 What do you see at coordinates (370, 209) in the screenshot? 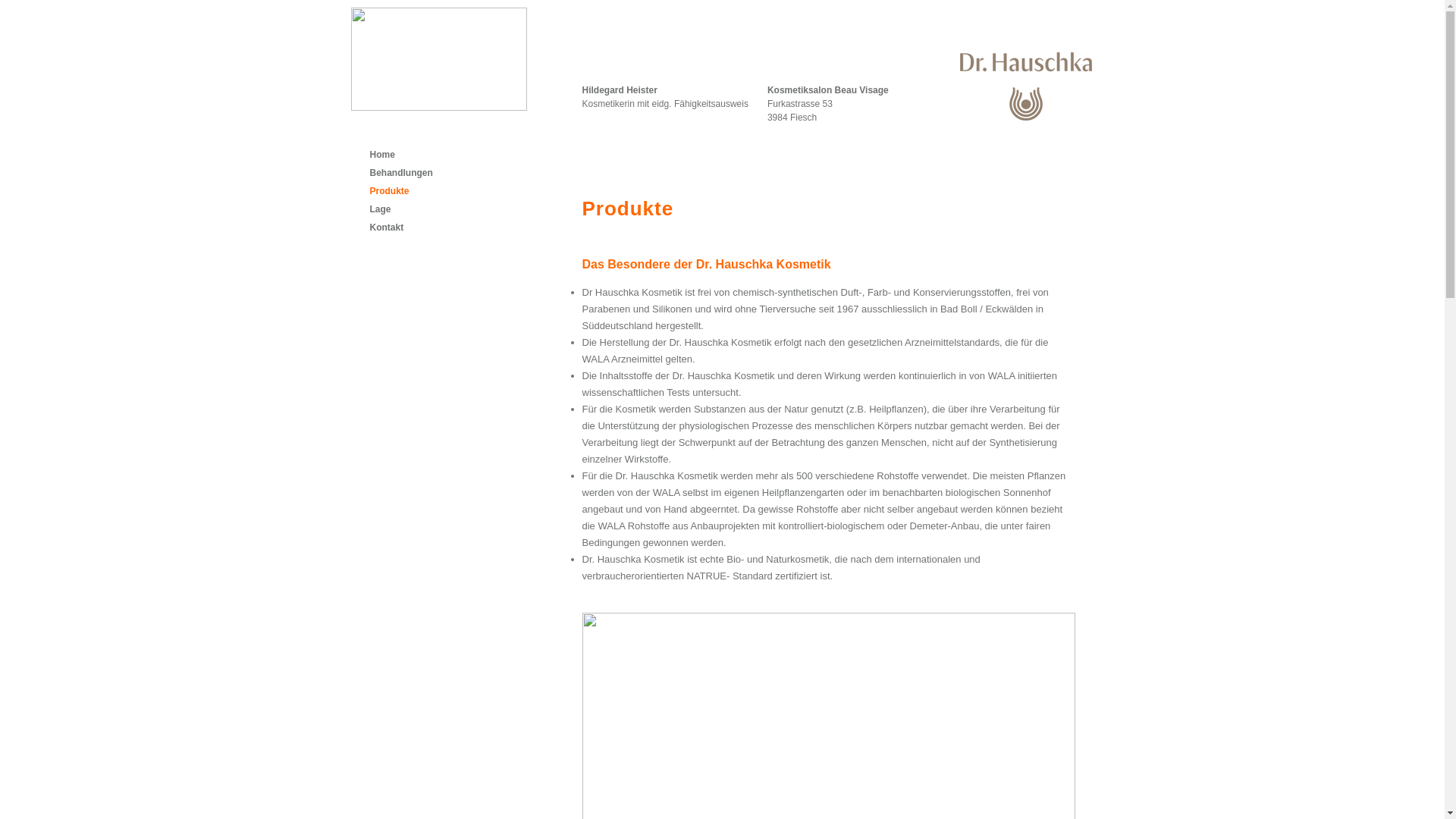
I see `'Lage'` at bounding box center [370, 209].